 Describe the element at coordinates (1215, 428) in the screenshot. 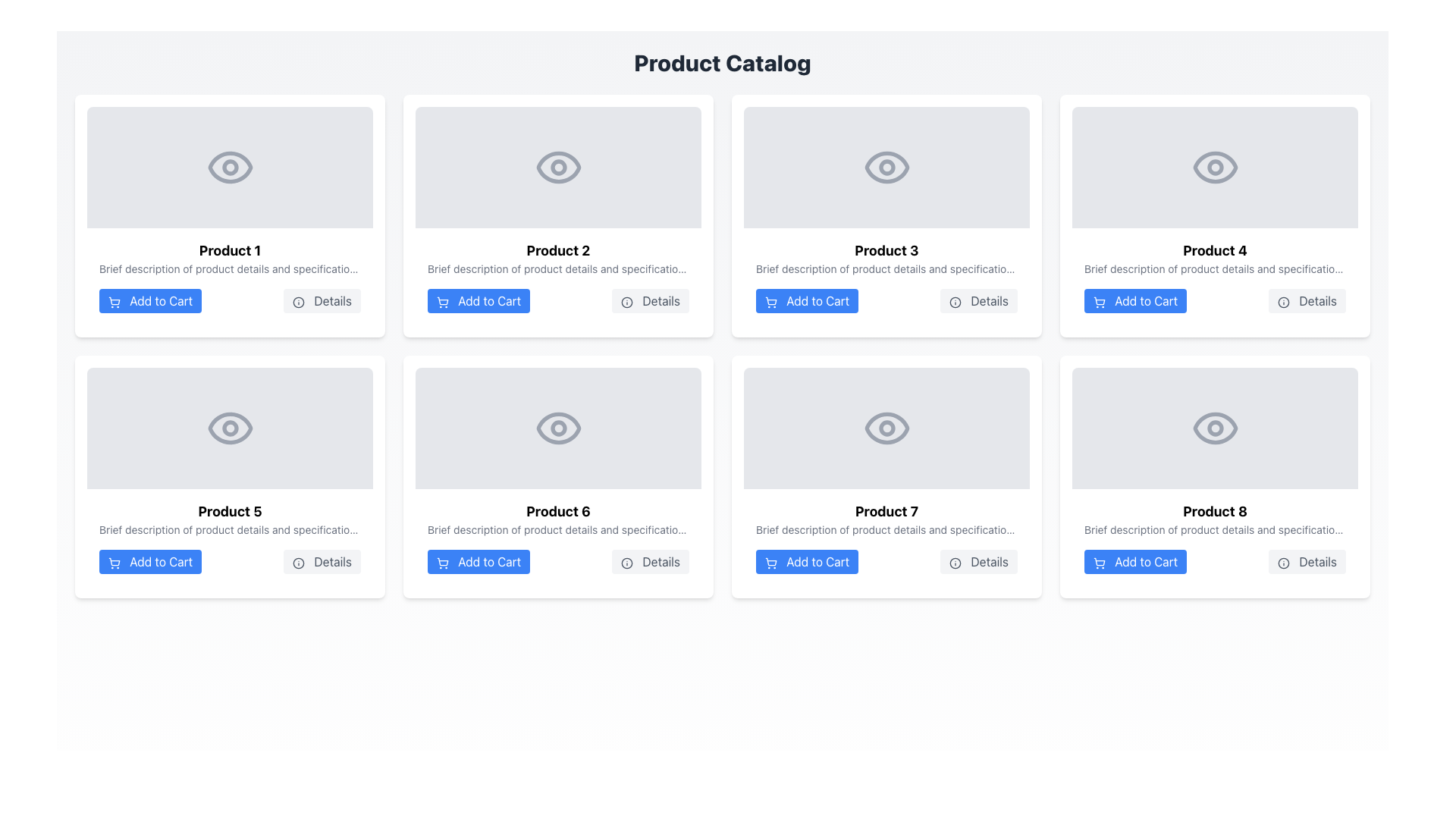

I see `the visibility icon located at the top-center of the eighth product card labeled 'Product 8' to initiate a preview action` at that location.